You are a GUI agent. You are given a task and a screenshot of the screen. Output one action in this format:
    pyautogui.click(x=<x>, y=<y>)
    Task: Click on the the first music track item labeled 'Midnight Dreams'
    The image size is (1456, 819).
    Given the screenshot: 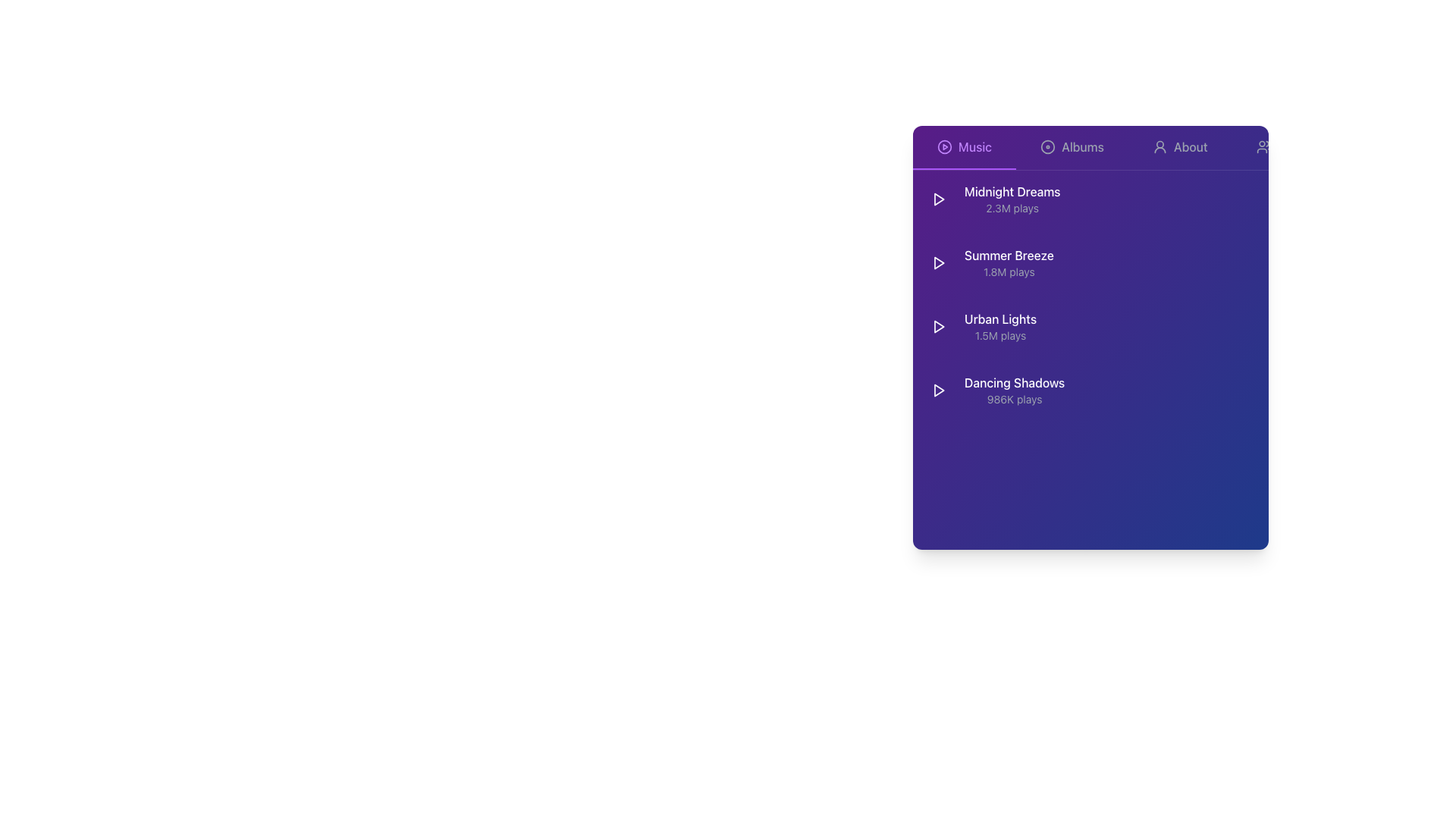 What is the action you would take?
    pyautogui.click(x=1090, y=198)
    